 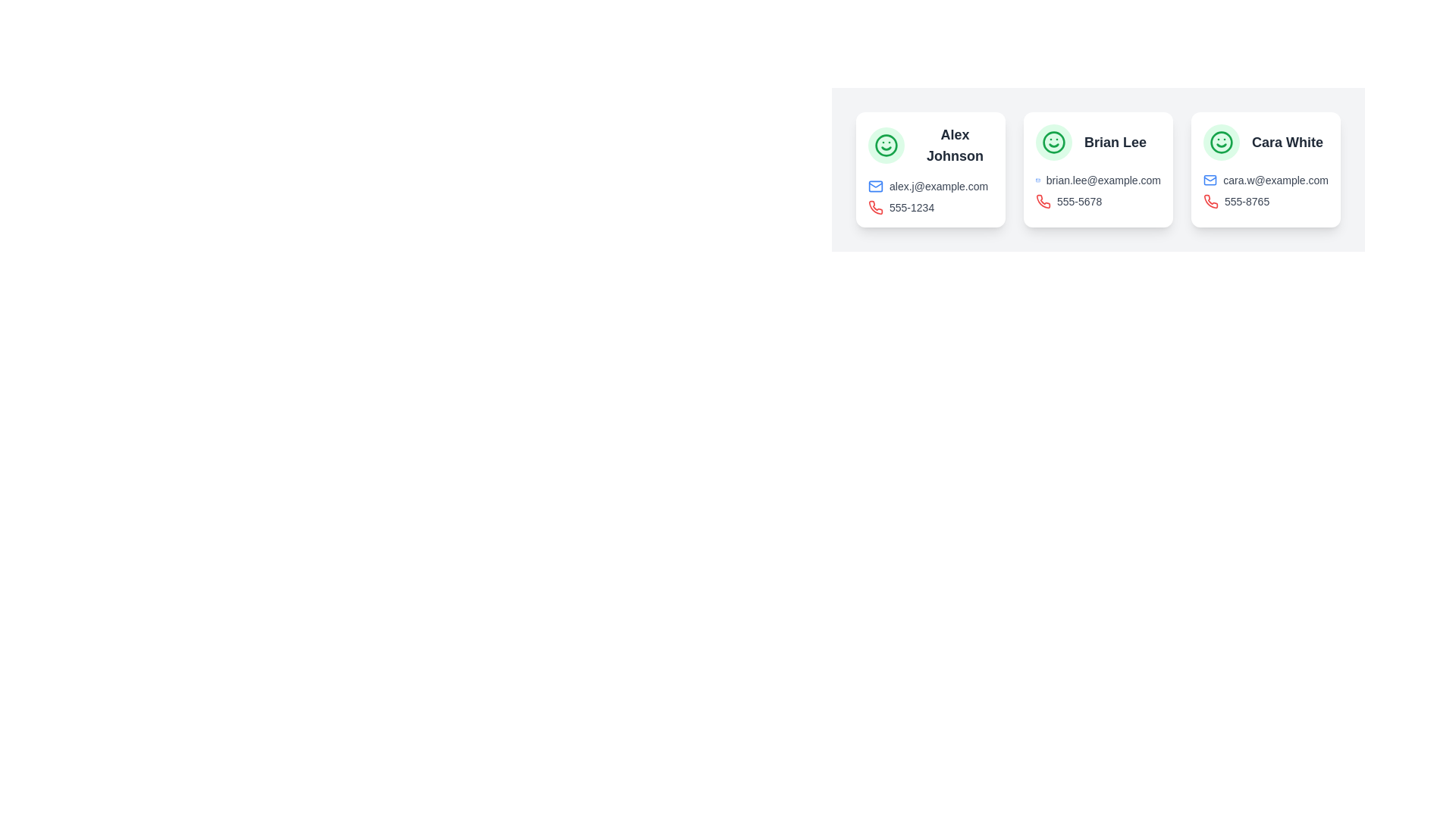 I want to click on the green smiley face icon in the top-left corner of the card for user 'Alex Johnson' to interact with it, so click(x=886, y=146).